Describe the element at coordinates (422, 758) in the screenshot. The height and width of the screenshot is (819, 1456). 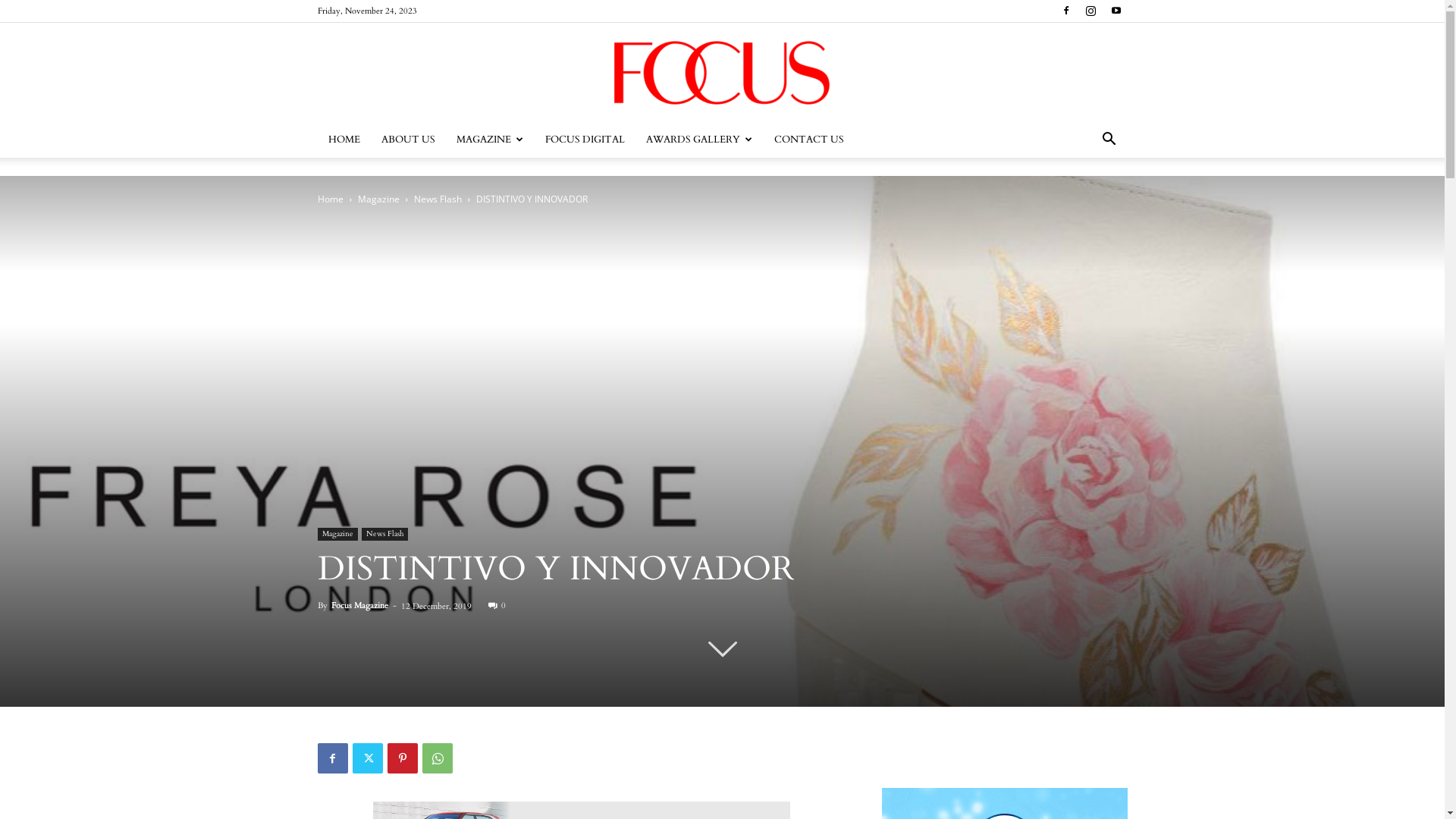
I see `'WhatsApp'` at that location.